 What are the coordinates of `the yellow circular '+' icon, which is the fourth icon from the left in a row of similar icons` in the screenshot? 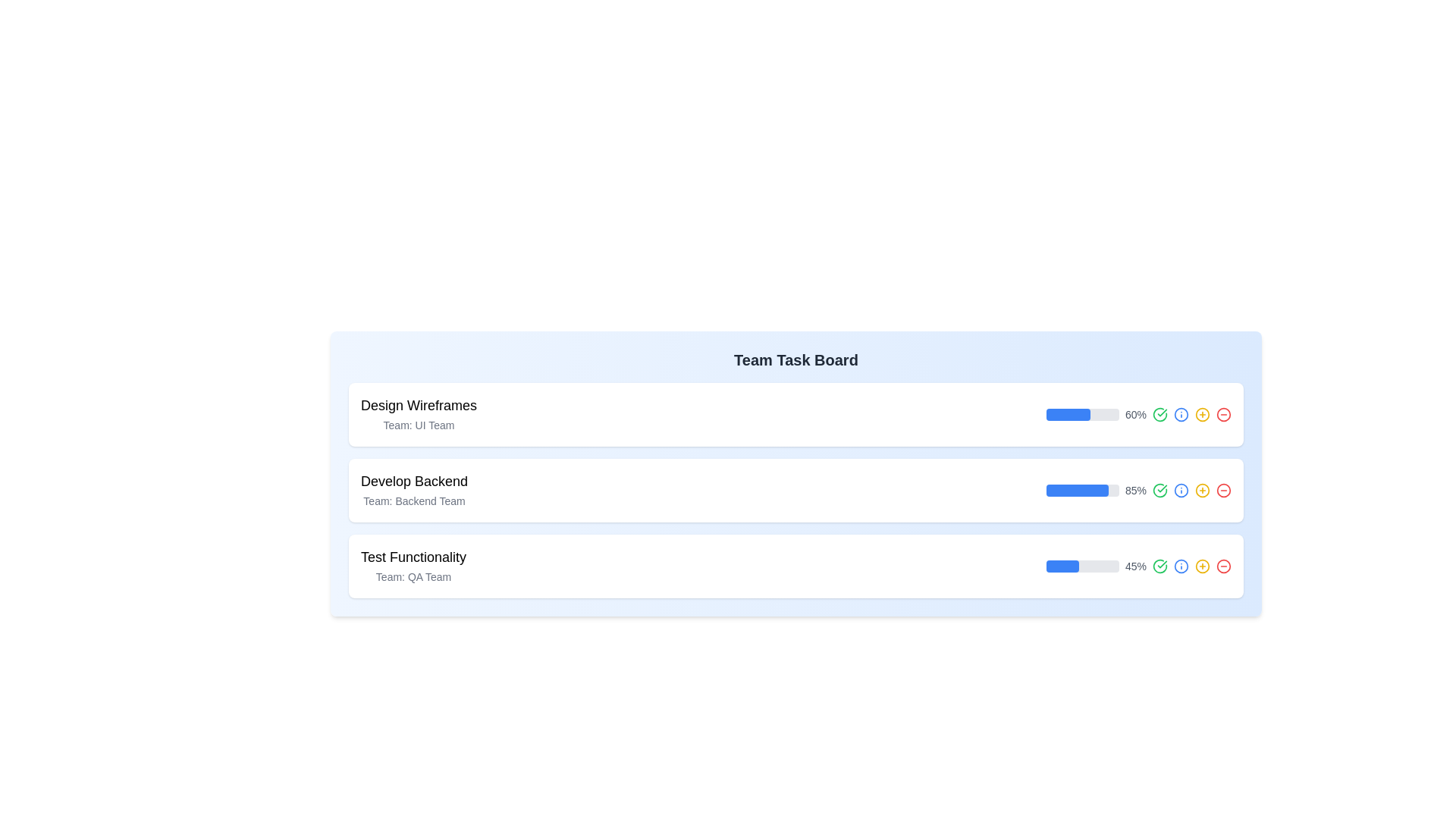 It's located at (1201, 491).